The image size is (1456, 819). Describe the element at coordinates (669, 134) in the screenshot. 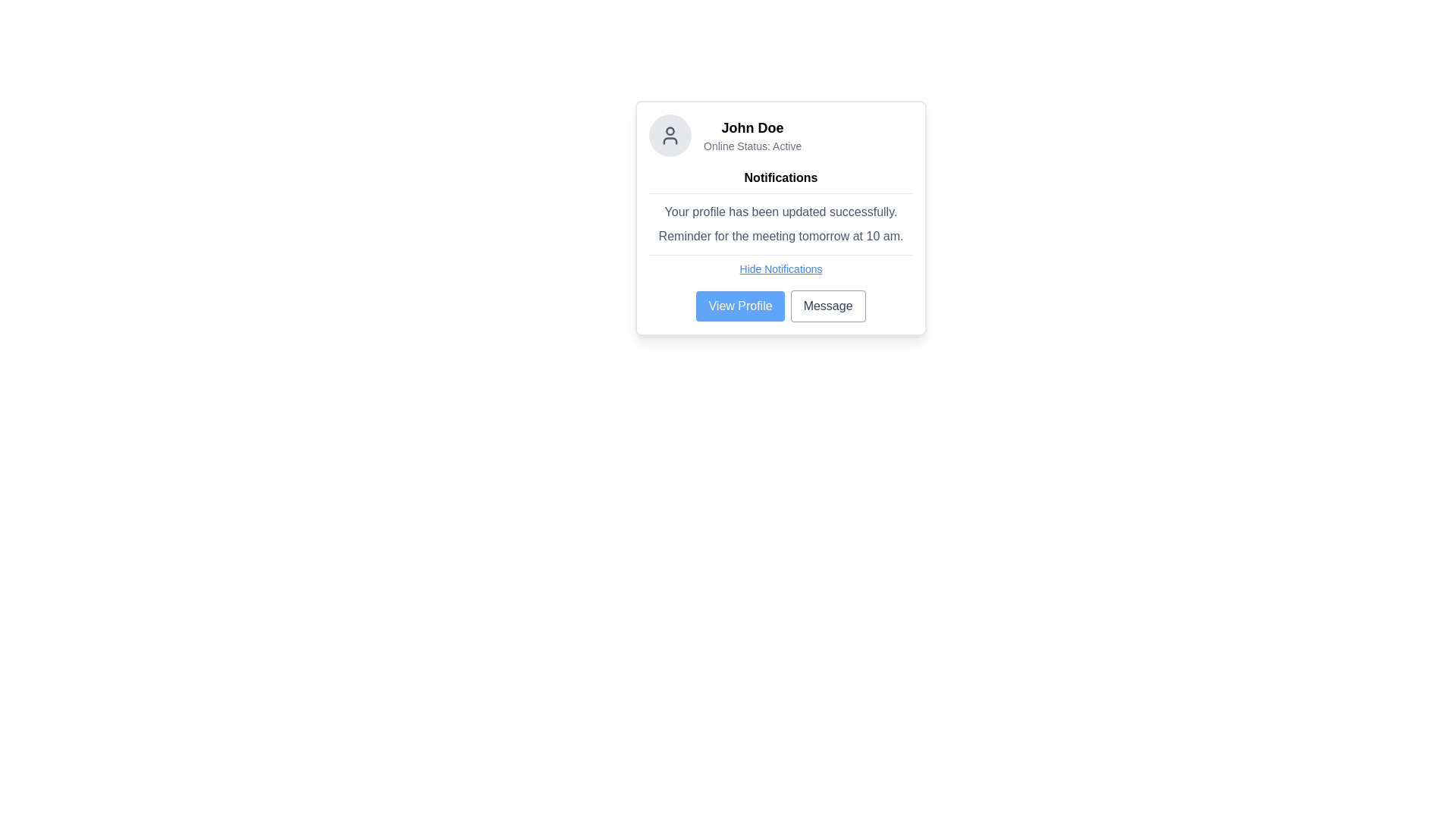

I see `the user profile icon, which is characterized by its outlined circular head and shoulders, located in the top-left section of a central notification card with a gray background` at that location.